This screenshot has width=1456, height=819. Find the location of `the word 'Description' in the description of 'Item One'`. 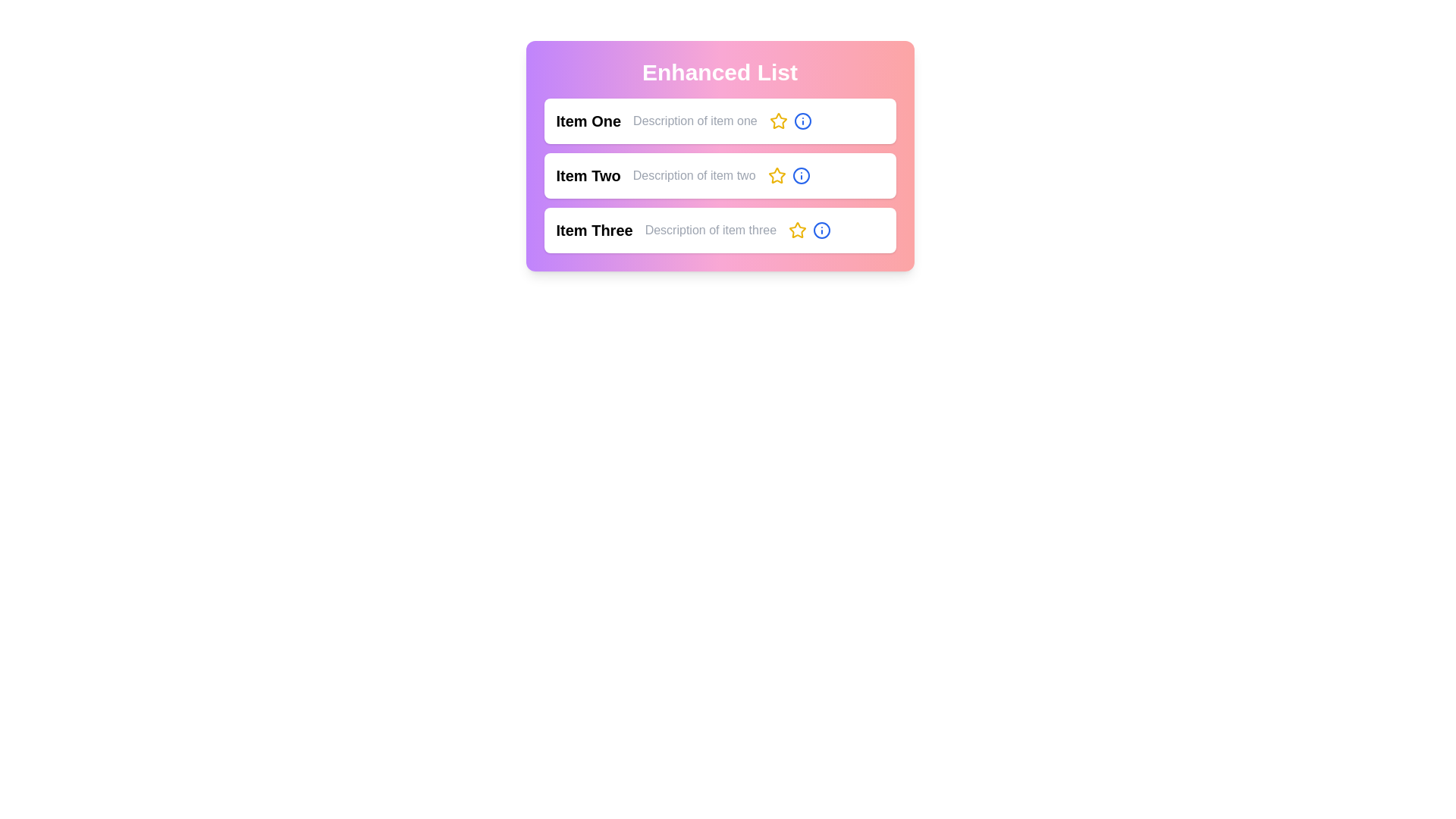

the word 'Description' in the description of 'Item One' is located at coordinates (694, 120).